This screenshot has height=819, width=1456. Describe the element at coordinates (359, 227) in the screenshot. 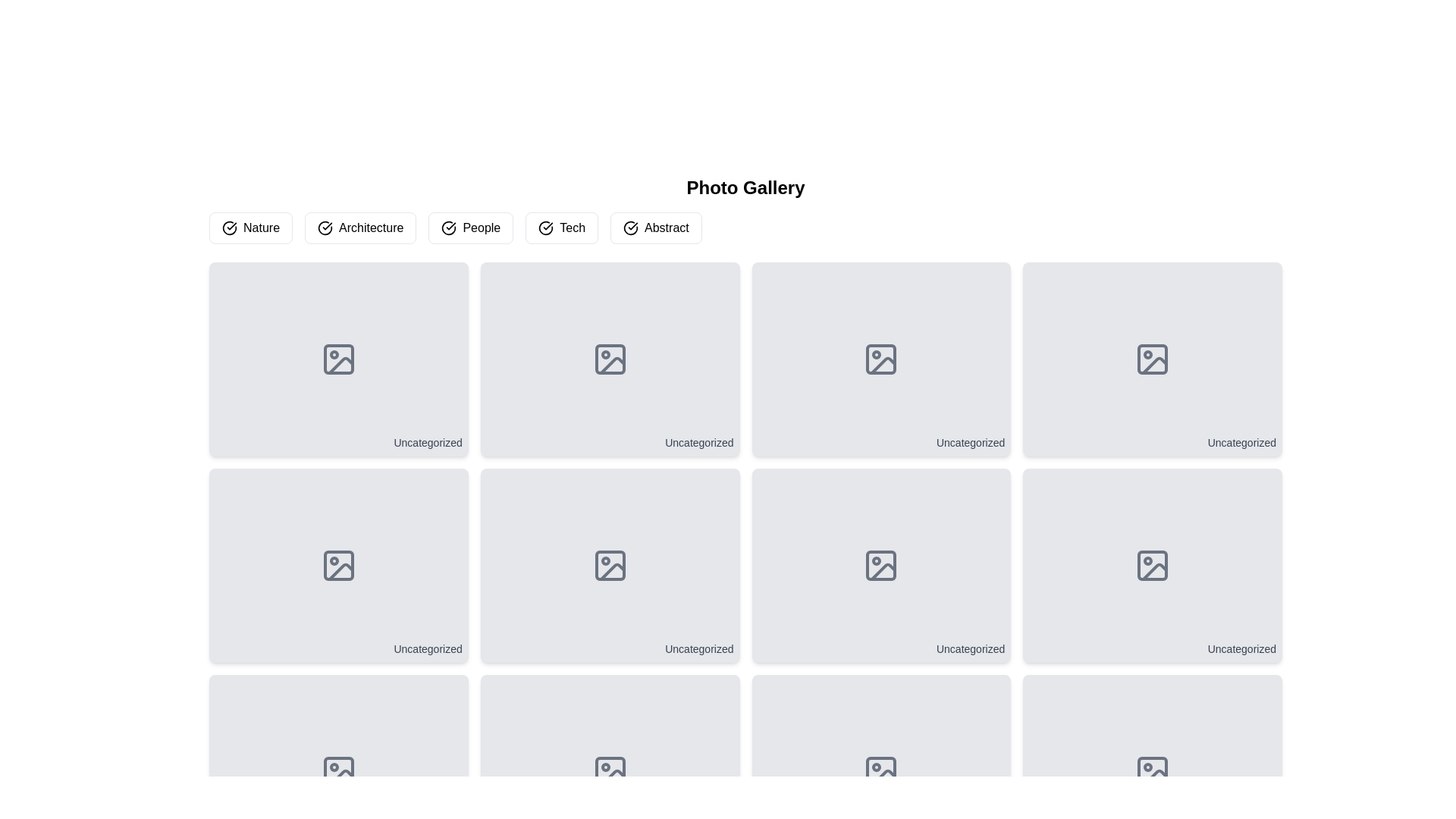

I see `the 'Architecture' button, which is the second button in a row of category buttons with a white background and black text` at that location.